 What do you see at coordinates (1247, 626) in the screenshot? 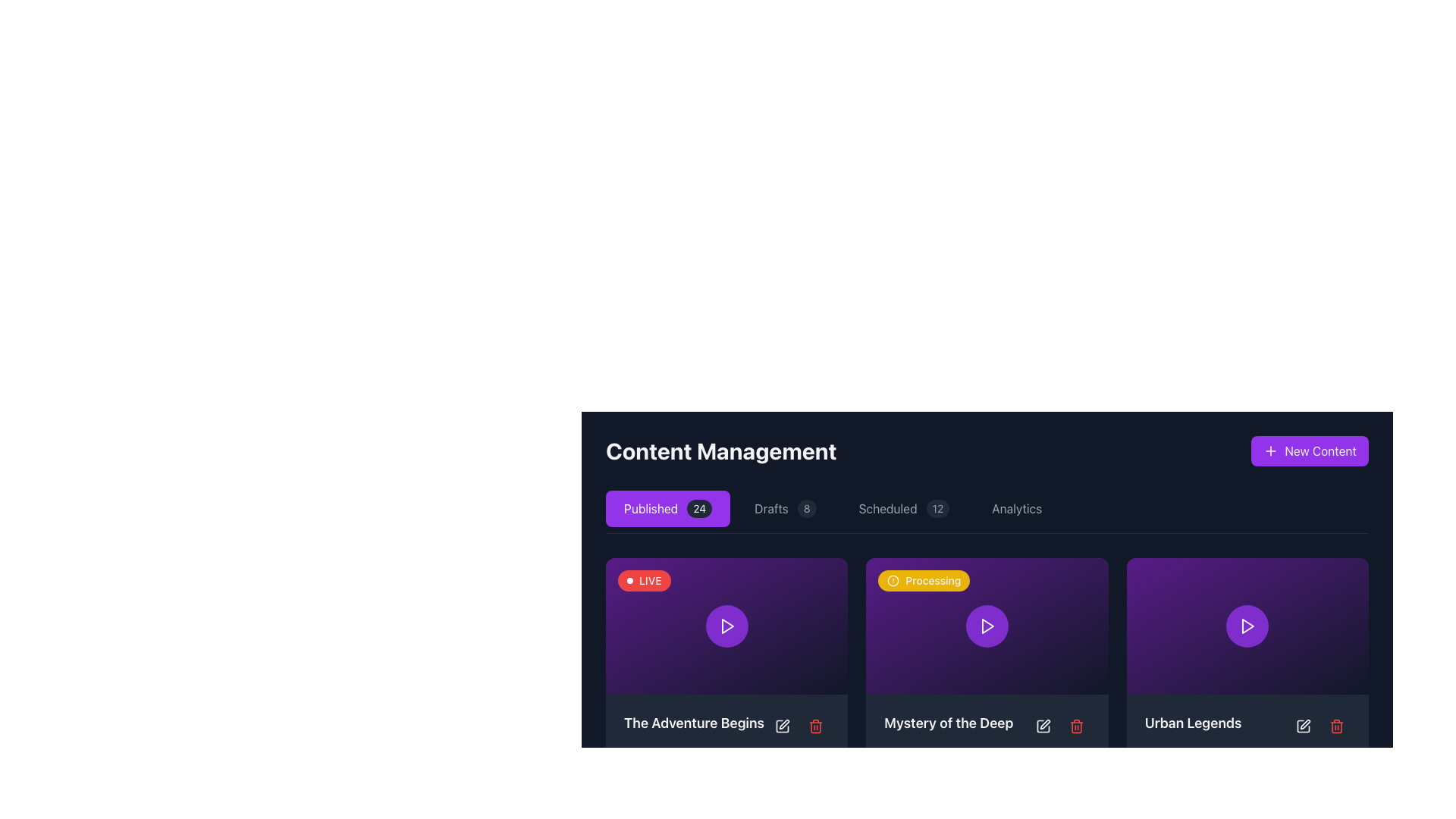
I see `the Play button located in the 'Urban Legends' section at the center of the circular button` at bounding box center [1247, 626].